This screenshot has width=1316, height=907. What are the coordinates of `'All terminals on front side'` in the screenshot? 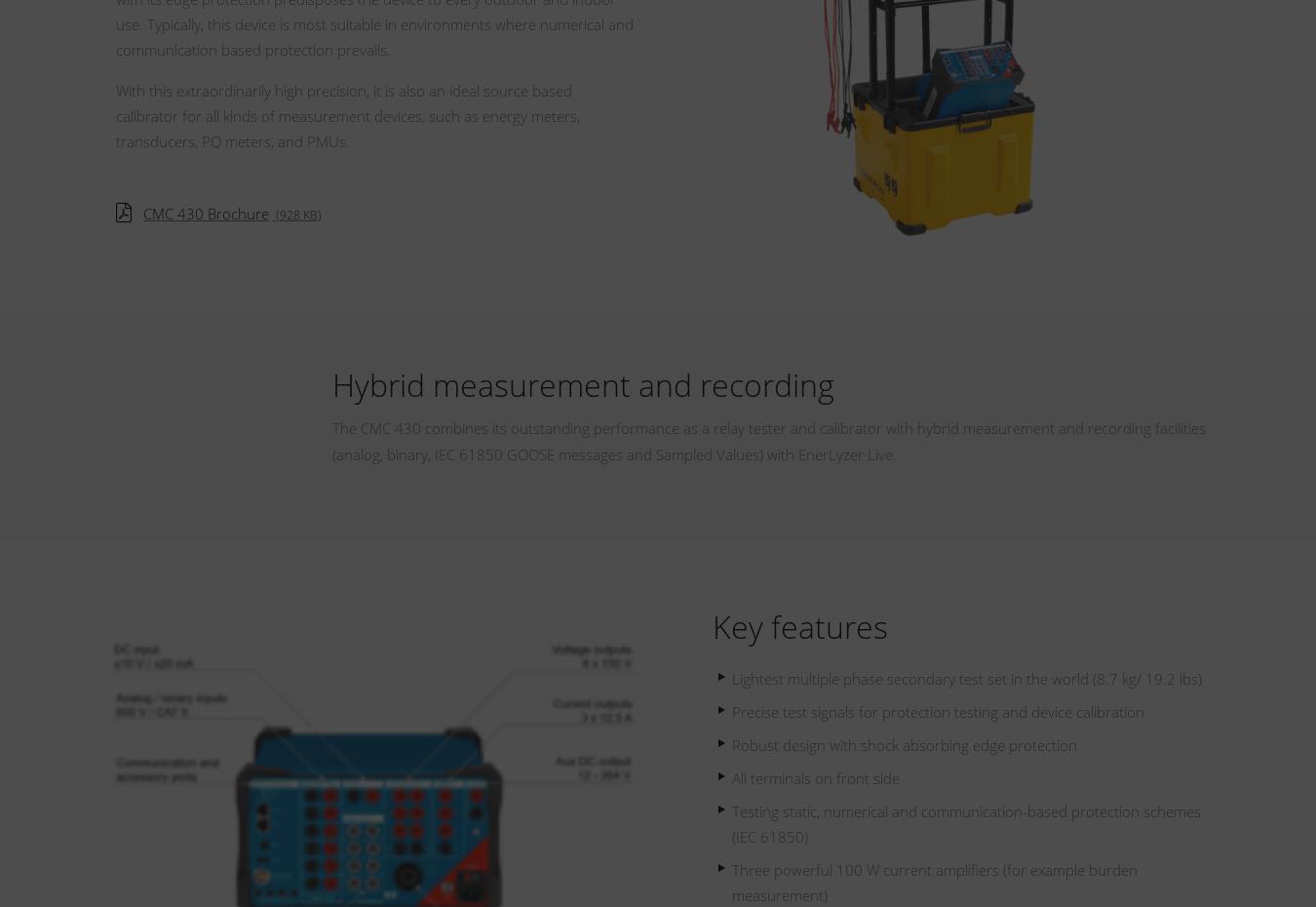 It's located at (816, 777).